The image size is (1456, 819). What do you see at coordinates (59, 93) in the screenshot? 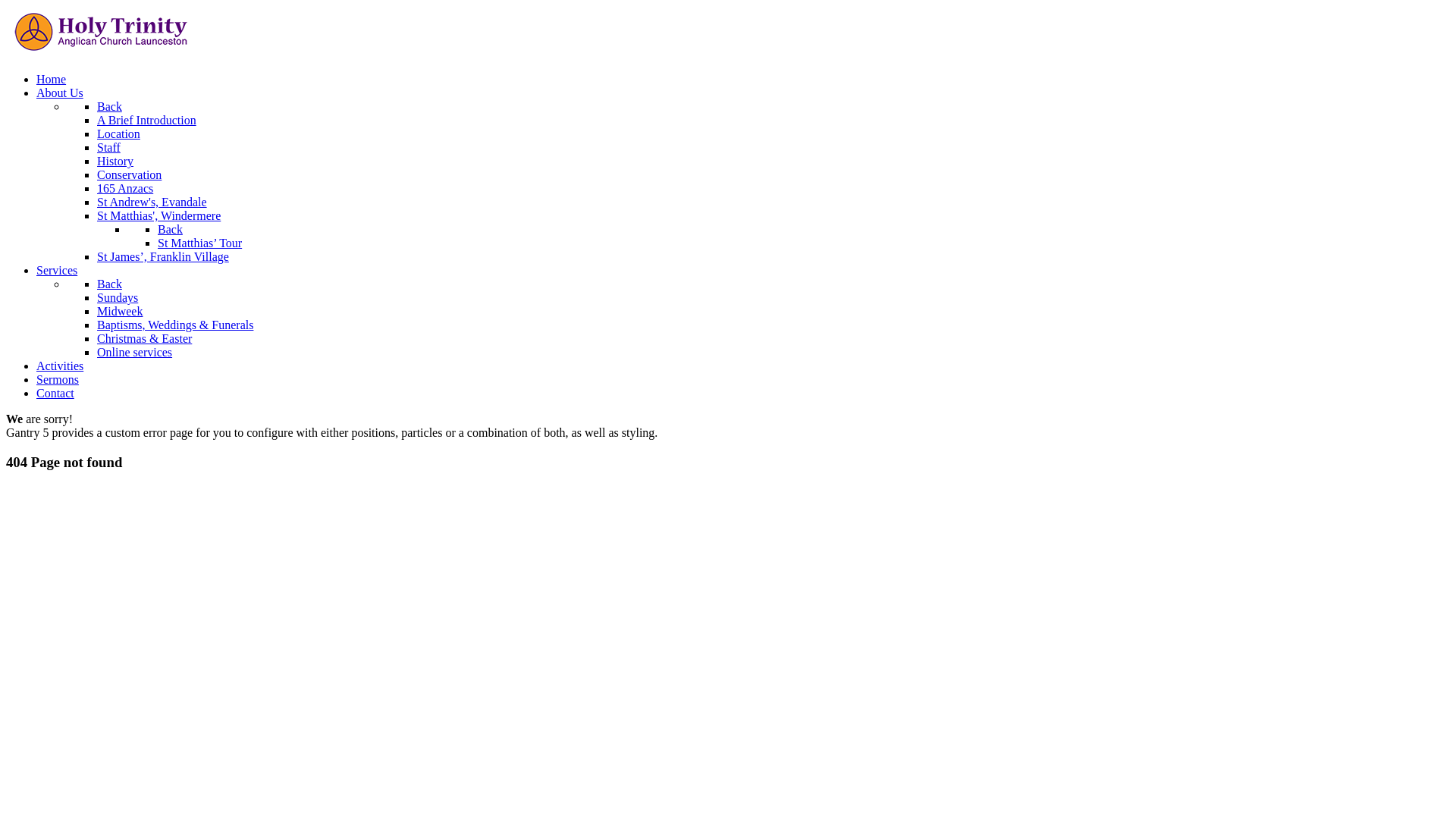
I see `'About Us'` at bounding box center [59, 93].